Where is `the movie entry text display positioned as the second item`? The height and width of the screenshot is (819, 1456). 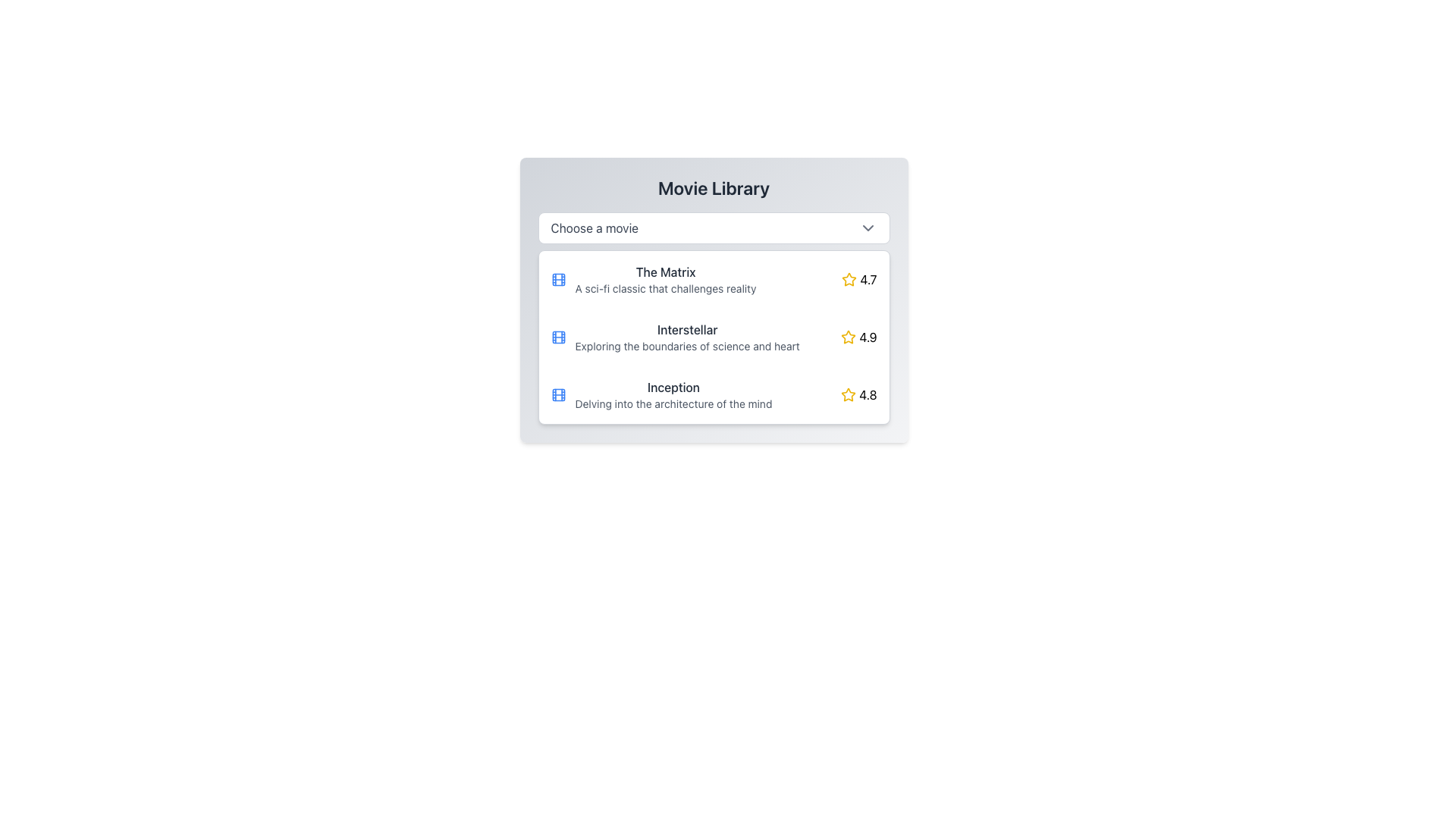 the movie entry text display positioned as the second item is located at coordinates (686, 336).